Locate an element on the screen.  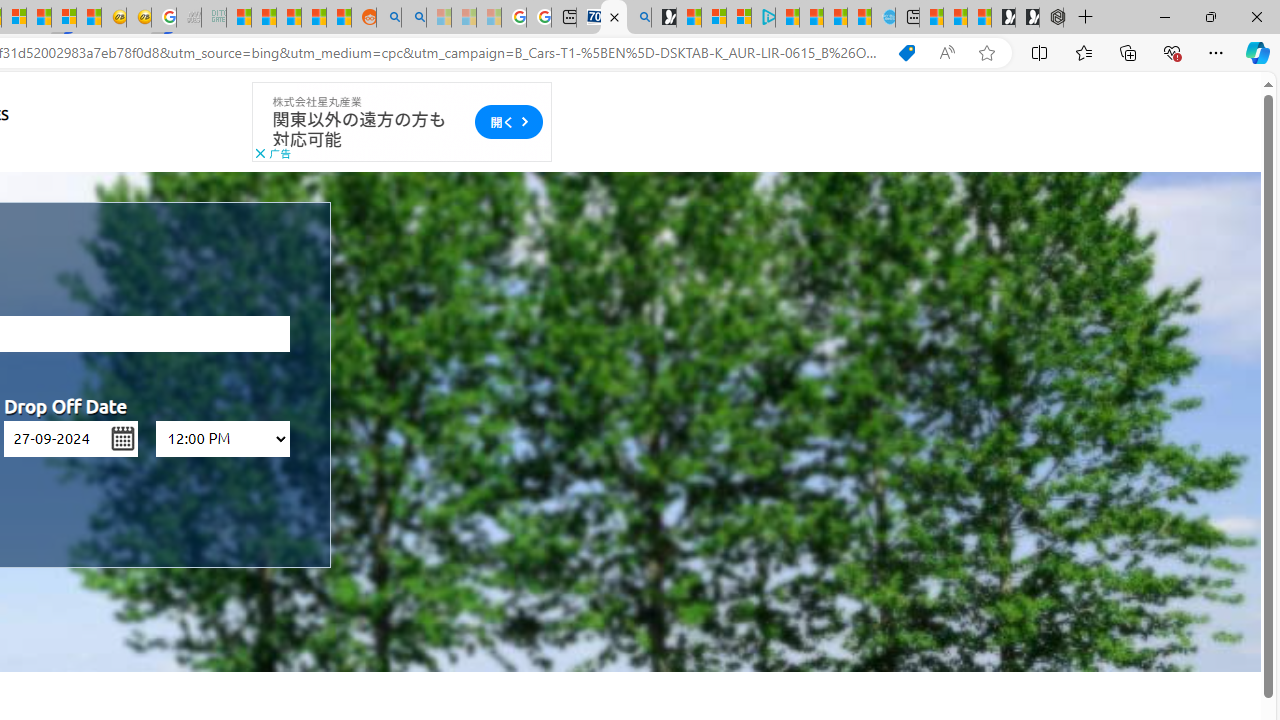
'Nordace - Nordace Siena Is Not An Ordinary Backpack' is located at coordinates (1050, 17).